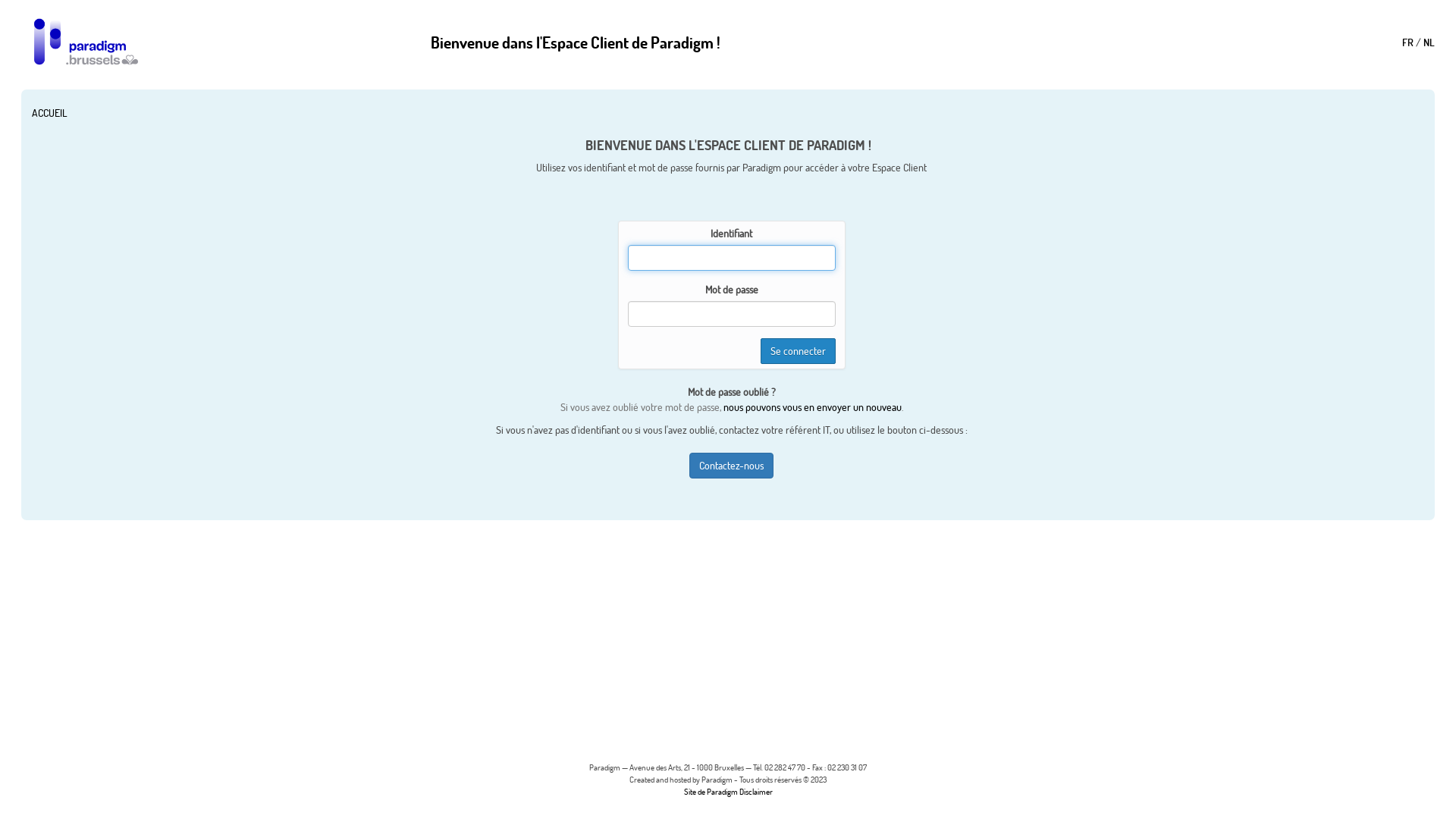 The height and width of the screenshot is (819, 1456). Describe the element at coordinates (1407, 40) in the screenshot. I see `'FR'` at that location.